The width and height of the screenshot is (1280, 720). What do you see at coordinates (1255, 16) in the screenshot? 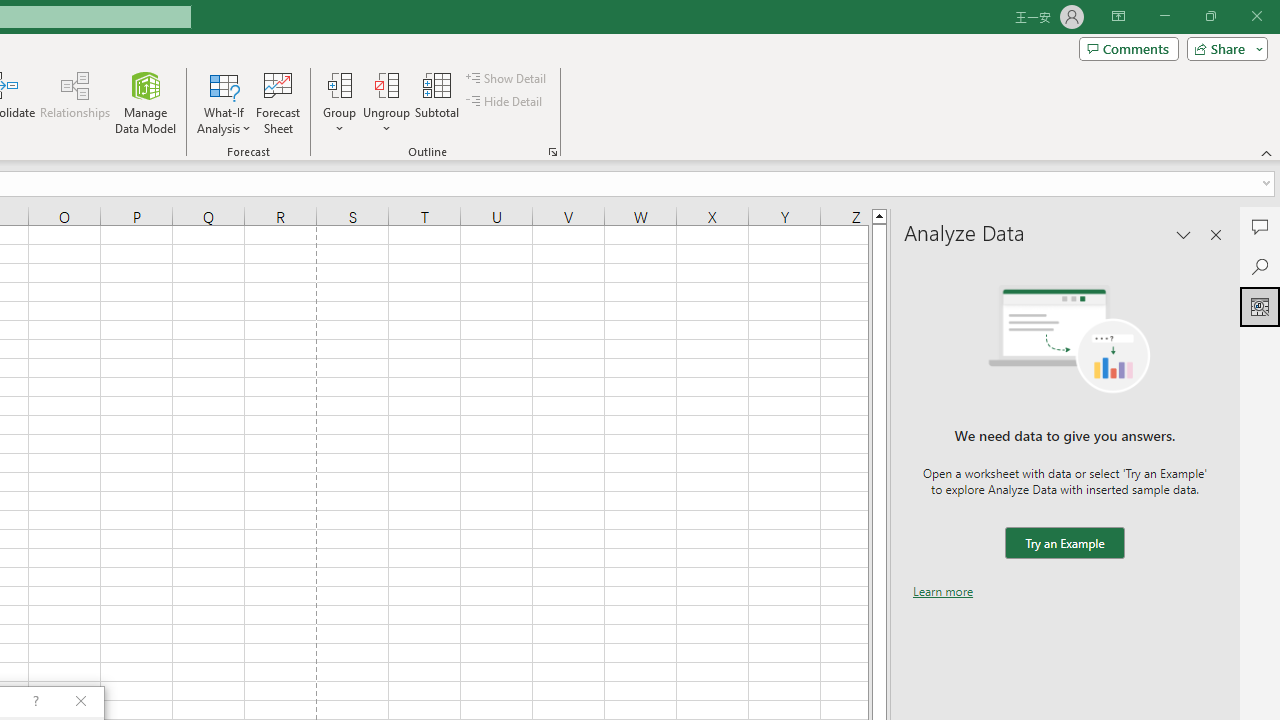
I see `'Close'` at bounding box center [1255, 16].